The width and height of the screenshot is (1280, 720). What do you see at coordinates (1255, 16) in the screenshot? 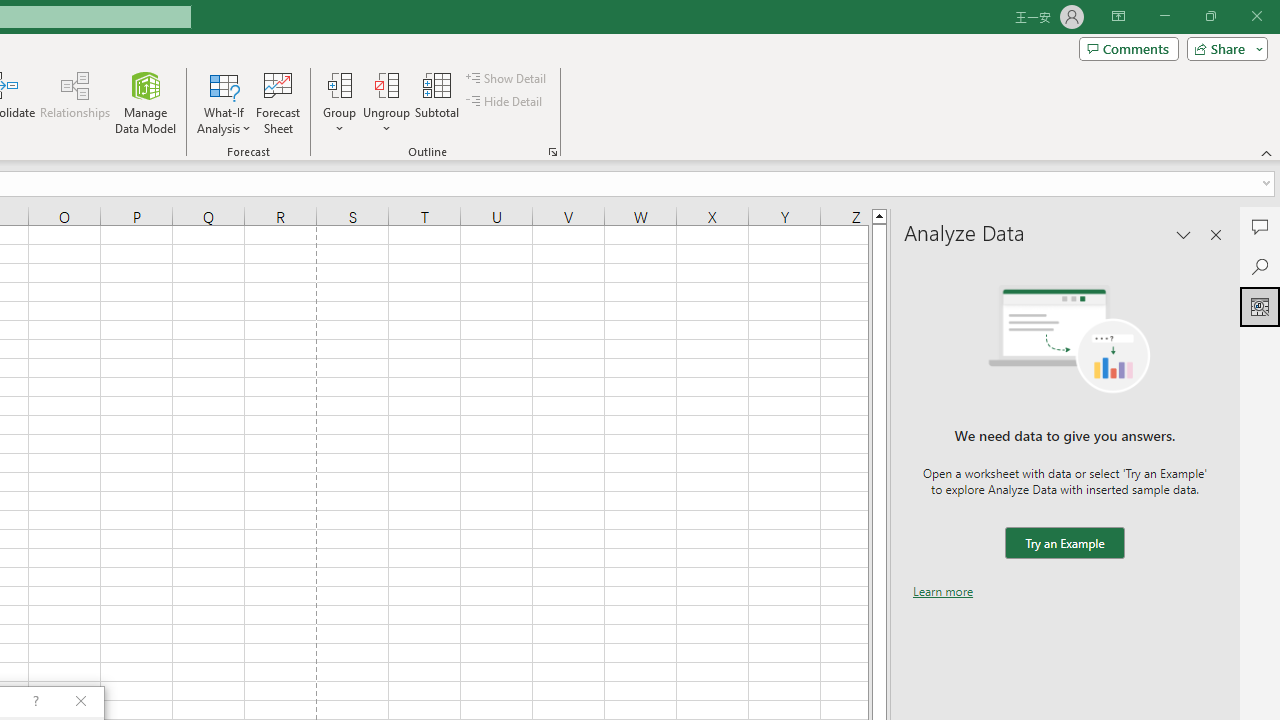
I see `'Close'` at bounding box center [1255, 16].